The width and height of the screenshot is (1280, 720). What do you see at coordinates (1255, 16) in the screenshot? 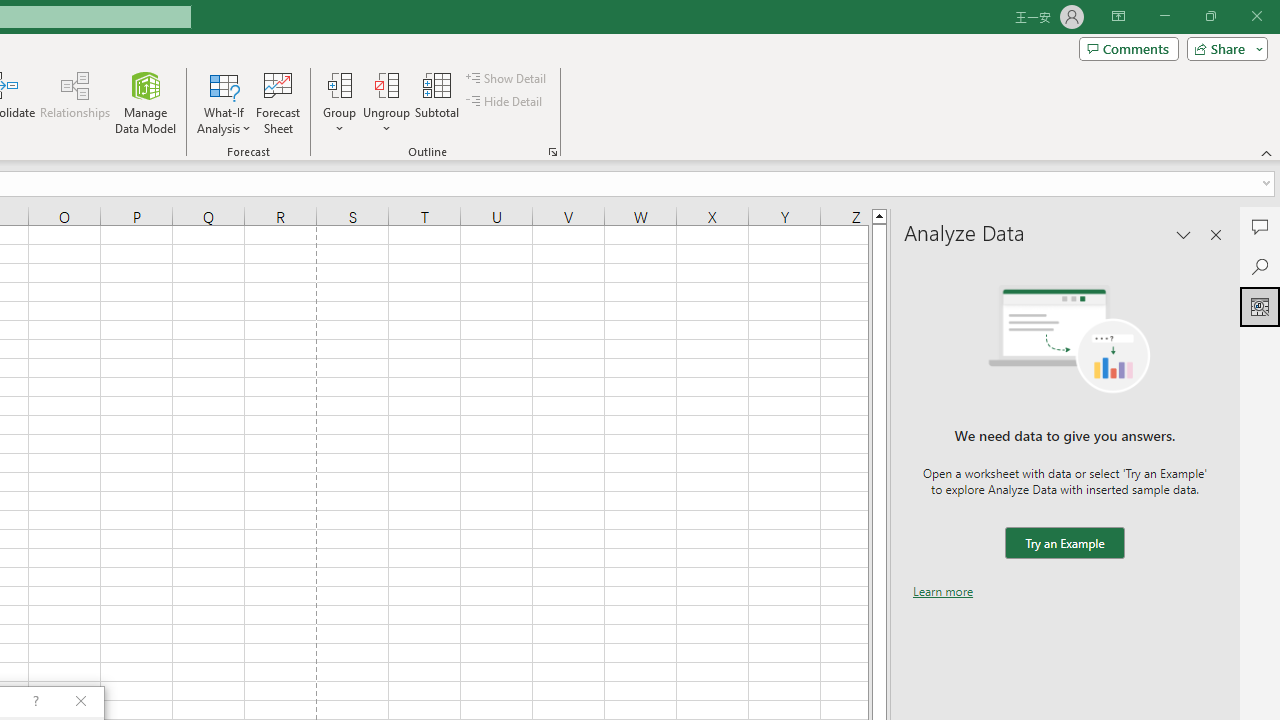
I see `'Close'` at bounding box center [1255, 16].